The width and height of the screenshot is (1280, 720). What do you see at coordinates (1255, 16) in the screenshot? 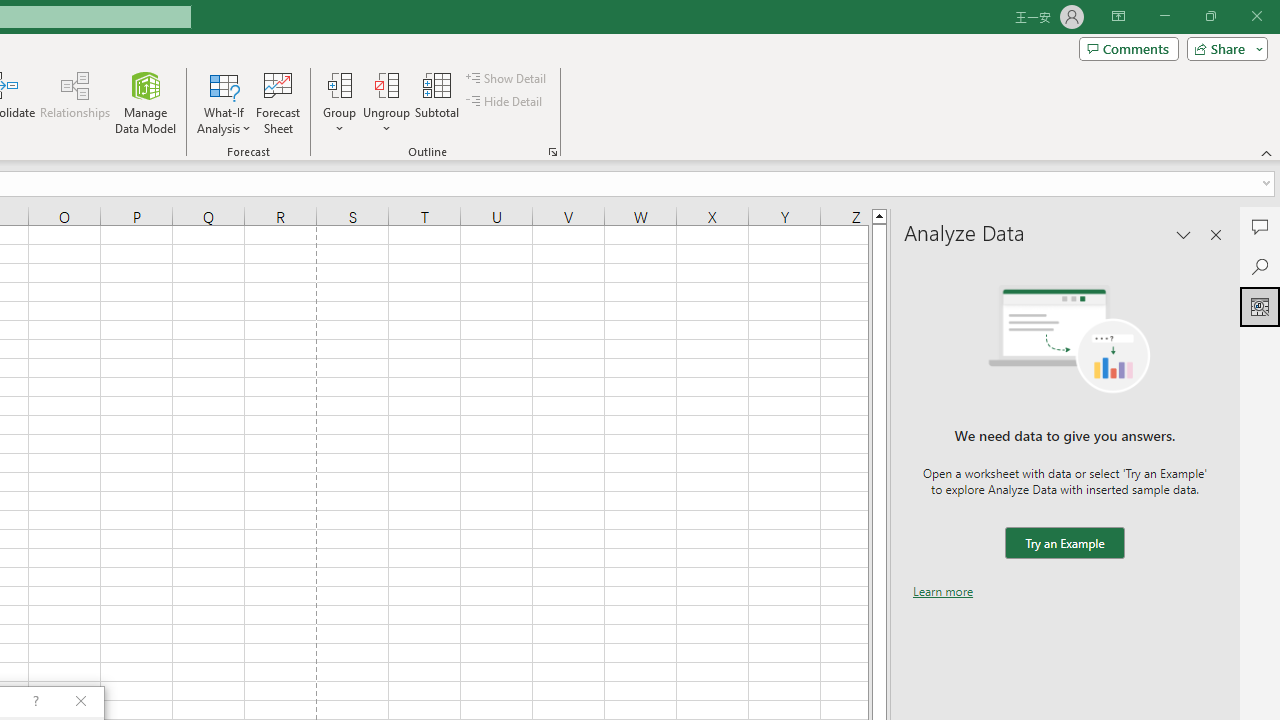
I see `'Close'` at bounding box center [1255, 16].